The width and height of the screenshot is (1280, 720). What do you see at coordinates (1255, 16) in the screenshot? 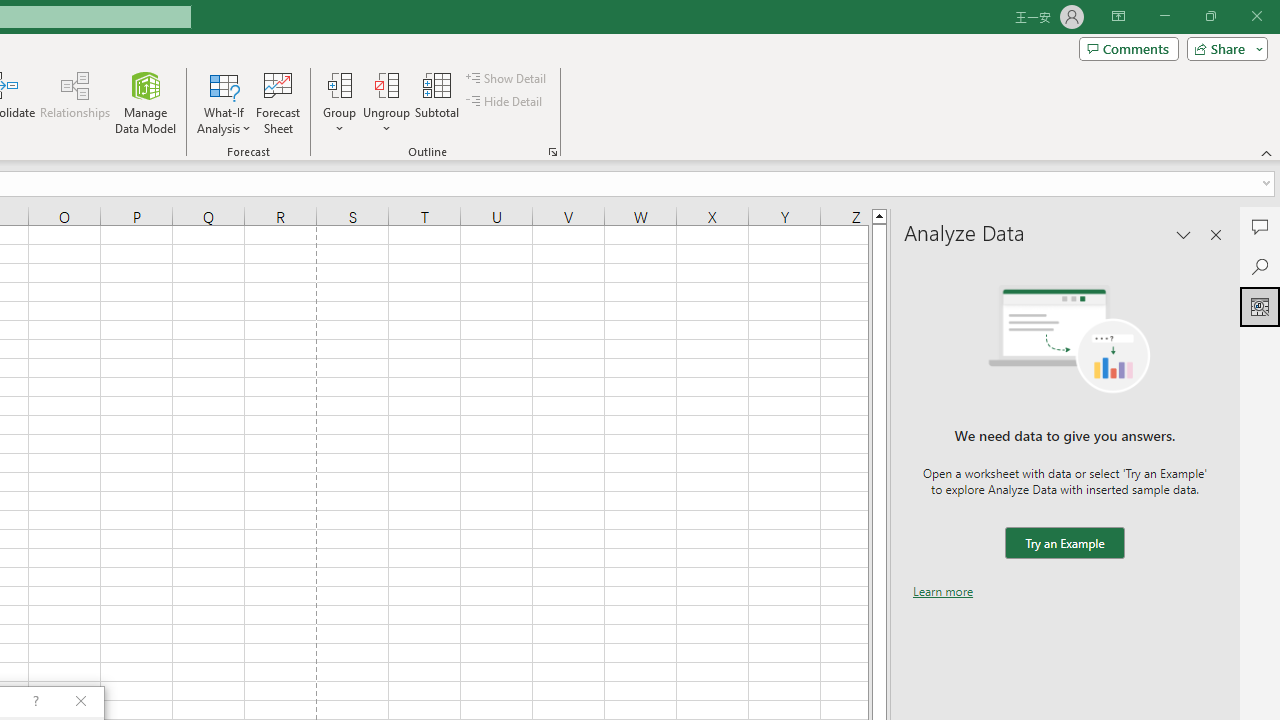
I see `'Close'` at bounding box center [1255, 16].